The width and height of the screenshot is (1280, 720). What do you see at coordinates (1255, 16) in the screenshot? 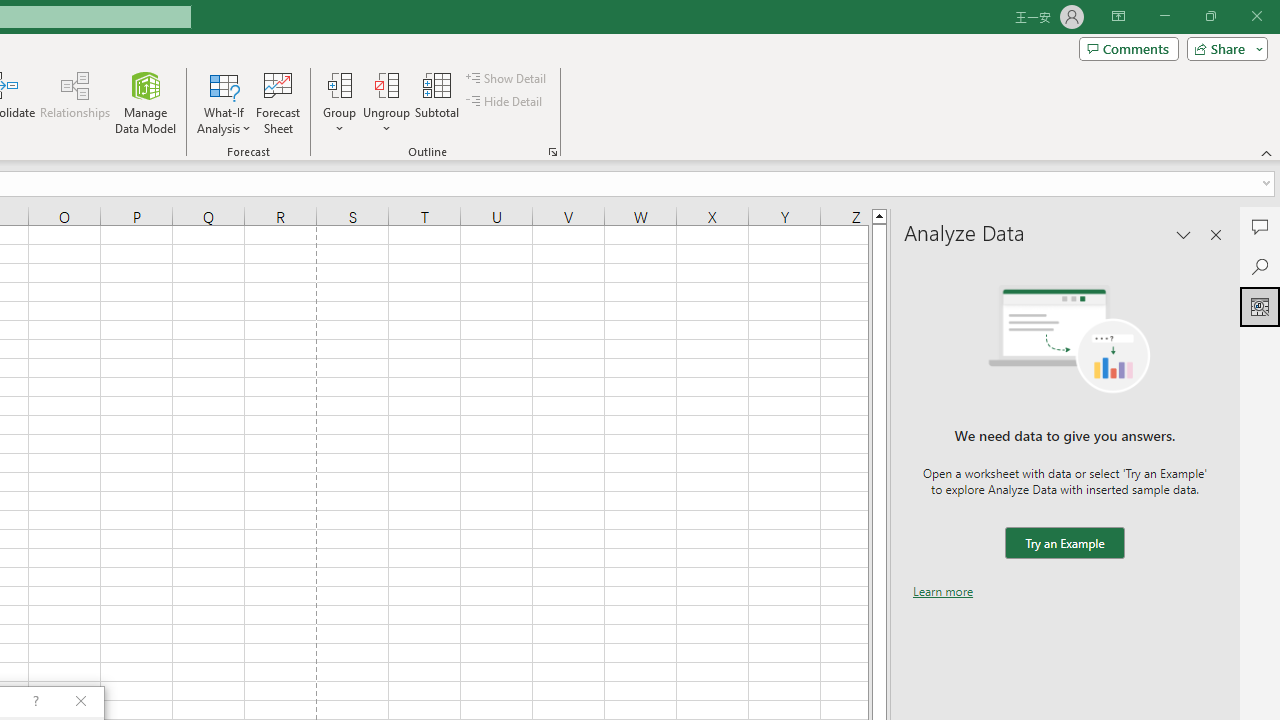
I see `'Close'` at bounding box center [1255, 16].